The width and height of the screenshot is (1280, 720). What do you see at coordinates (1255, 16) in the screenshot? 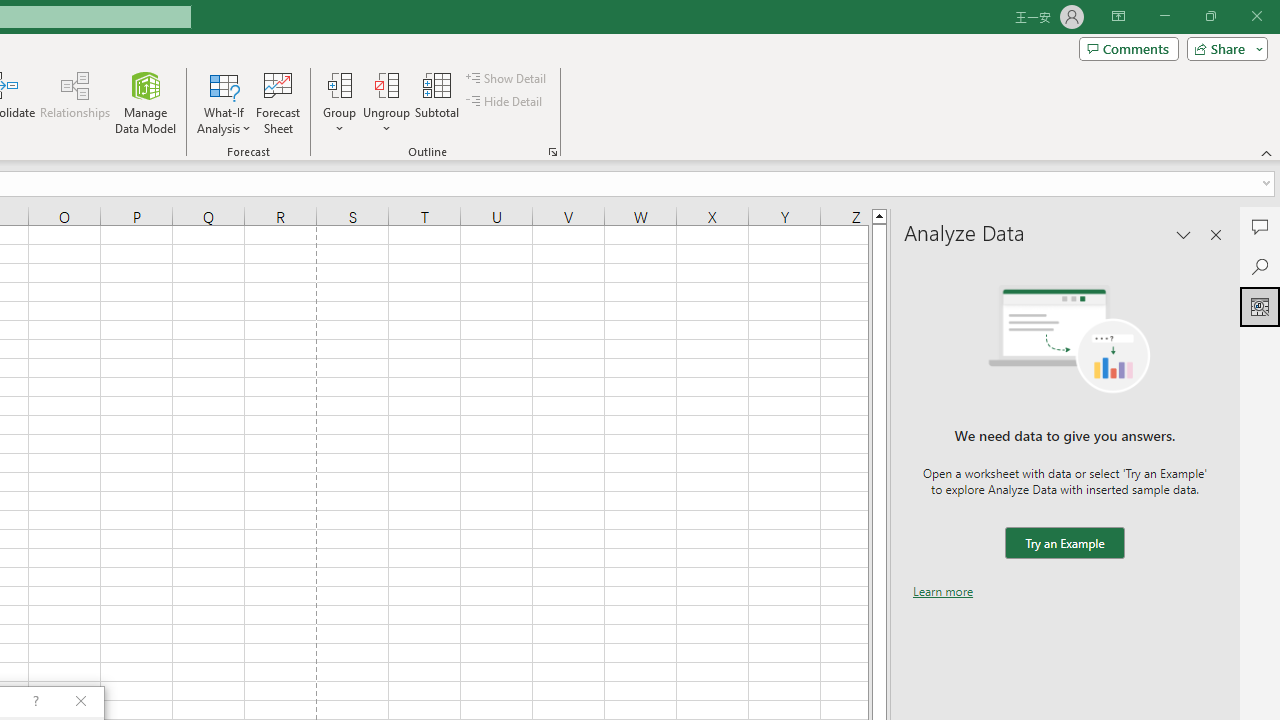
I see `'Close'` at bounding box center [1255, 16].